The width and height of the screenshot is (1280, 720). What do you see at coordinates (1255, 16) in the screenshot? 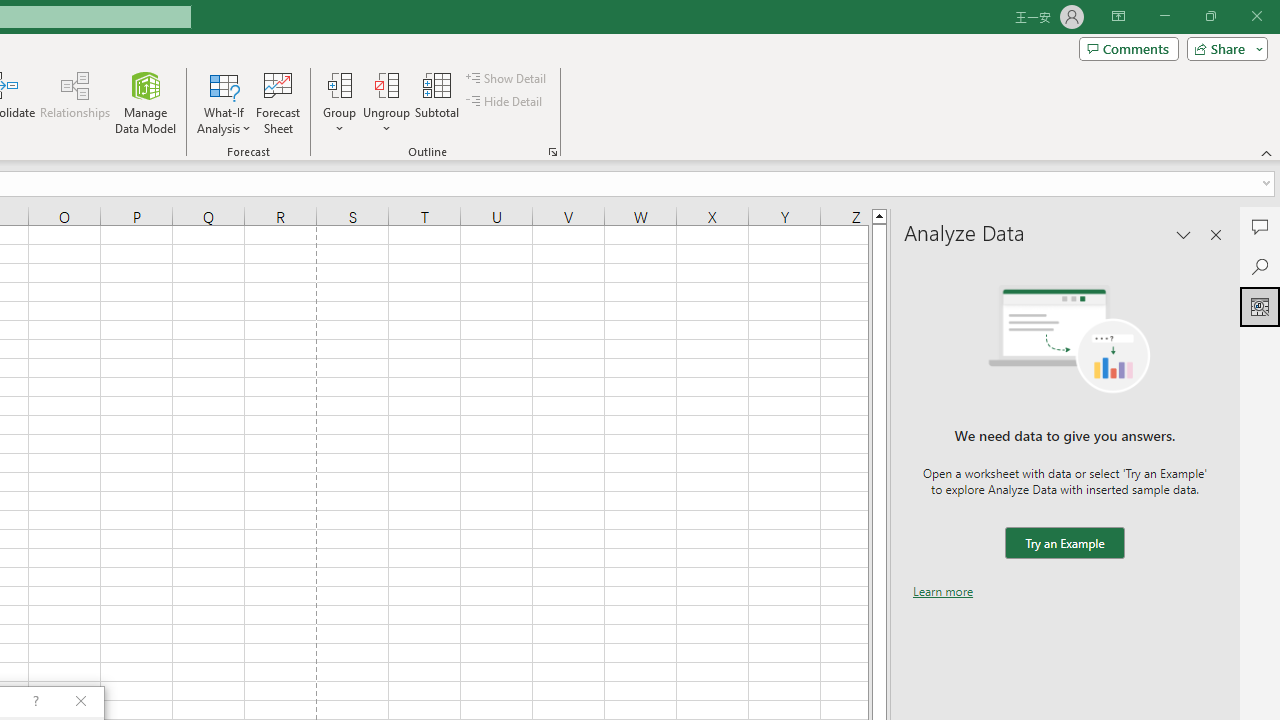
I see `'Close'` at bounding box center [1255, 16].